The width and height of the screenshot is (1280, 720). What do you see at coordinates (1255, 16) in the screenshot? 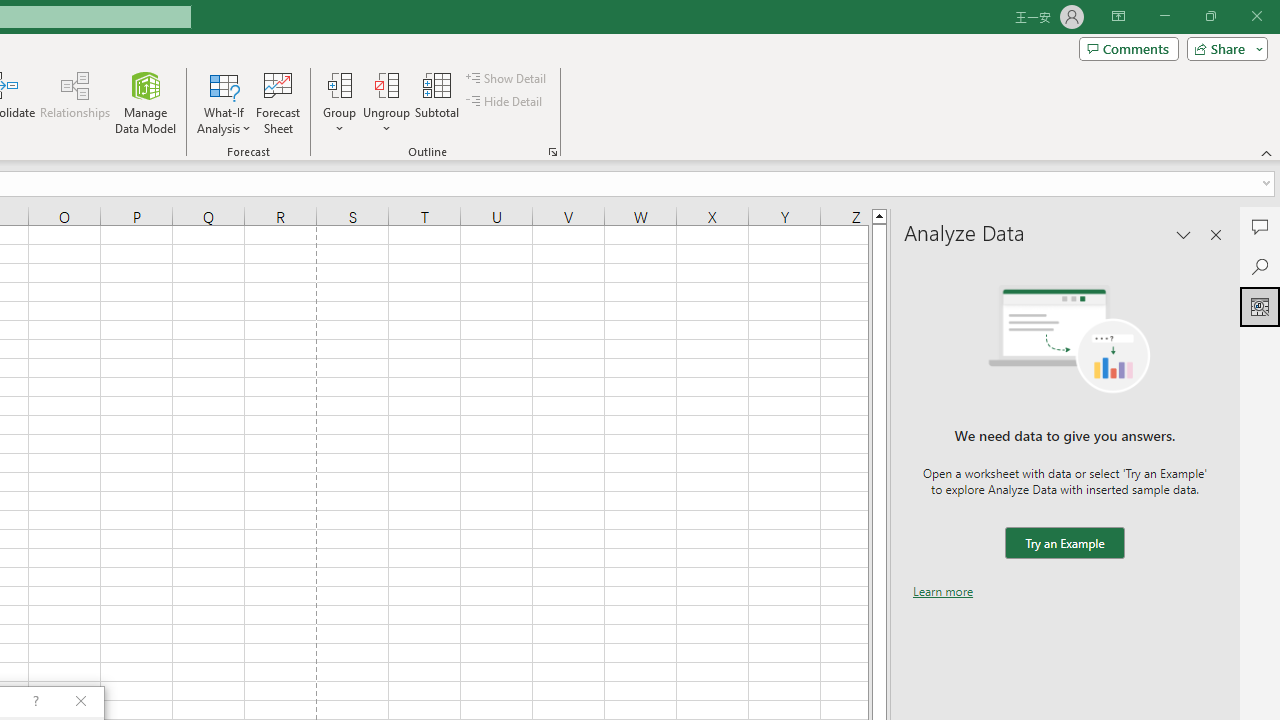
I see `'Close'` at bounding box center [1255, 16].